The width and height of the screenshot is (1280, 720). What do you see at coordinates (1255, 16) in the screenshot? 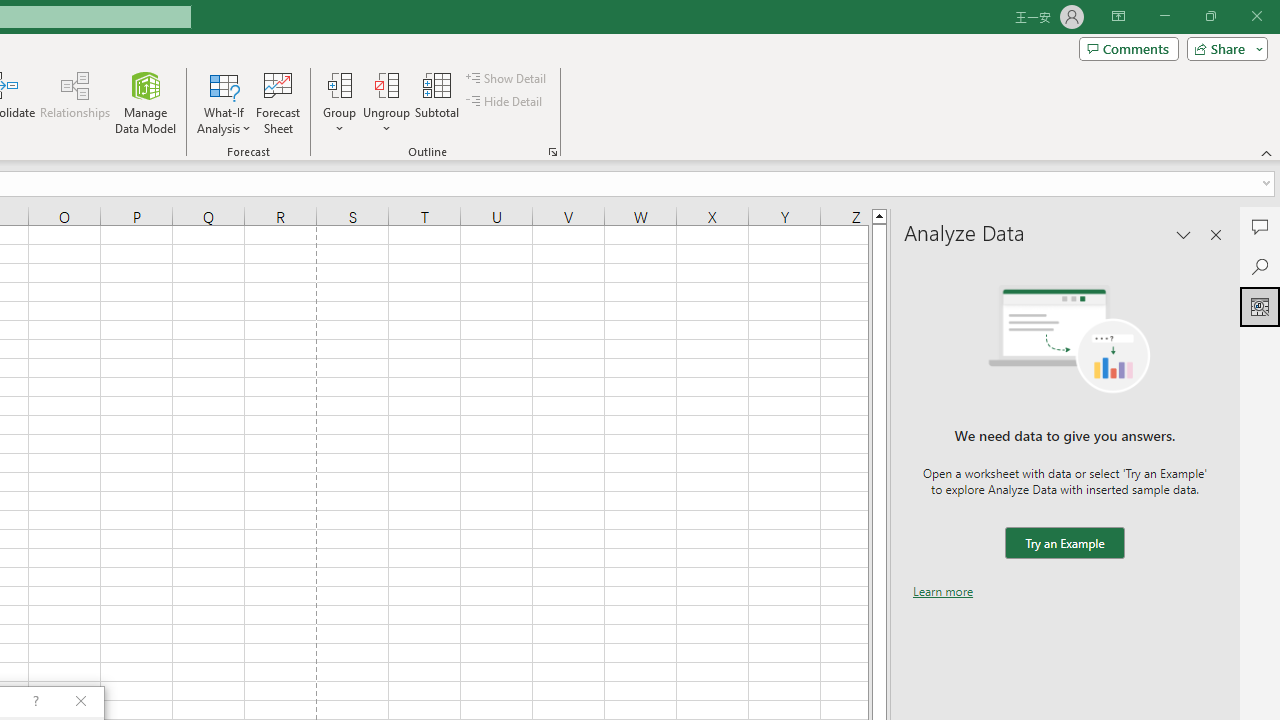
I see `'Close'` at bounding box center [1255, 16].